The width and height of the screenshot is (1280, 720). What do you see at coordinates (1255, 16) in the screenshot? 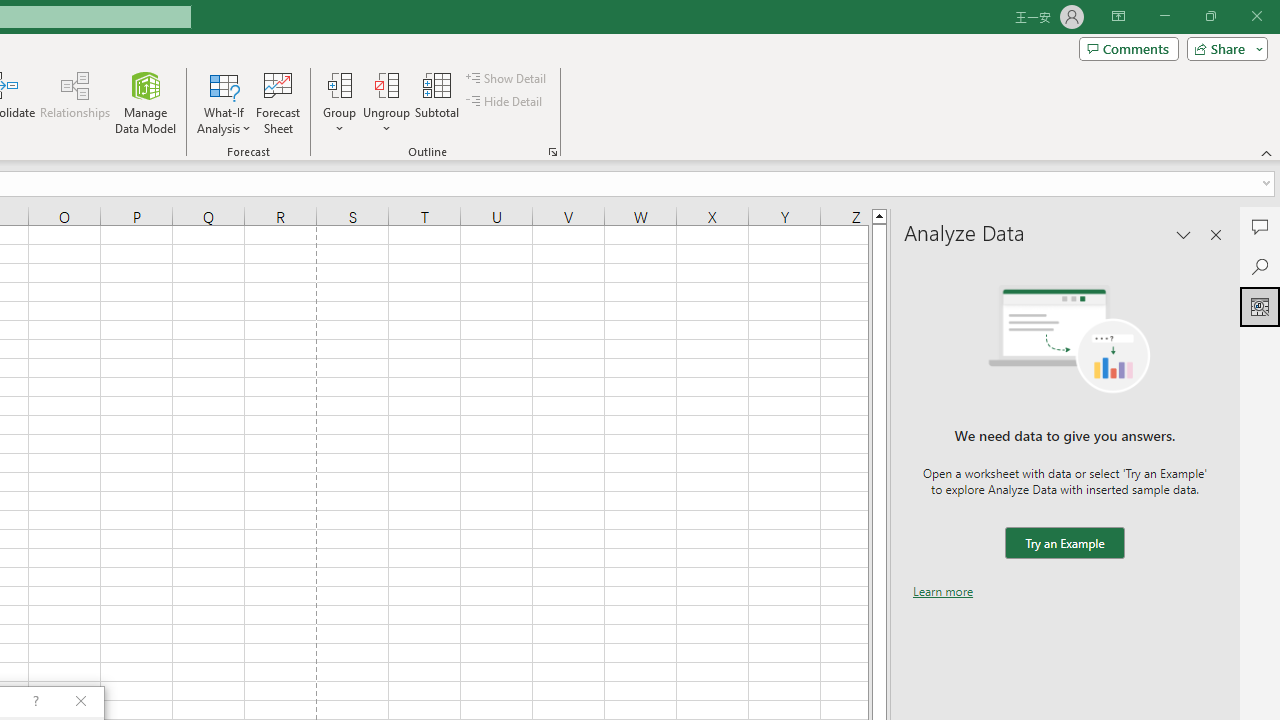
I see `'Close'` at bounding box center [1255, 16].